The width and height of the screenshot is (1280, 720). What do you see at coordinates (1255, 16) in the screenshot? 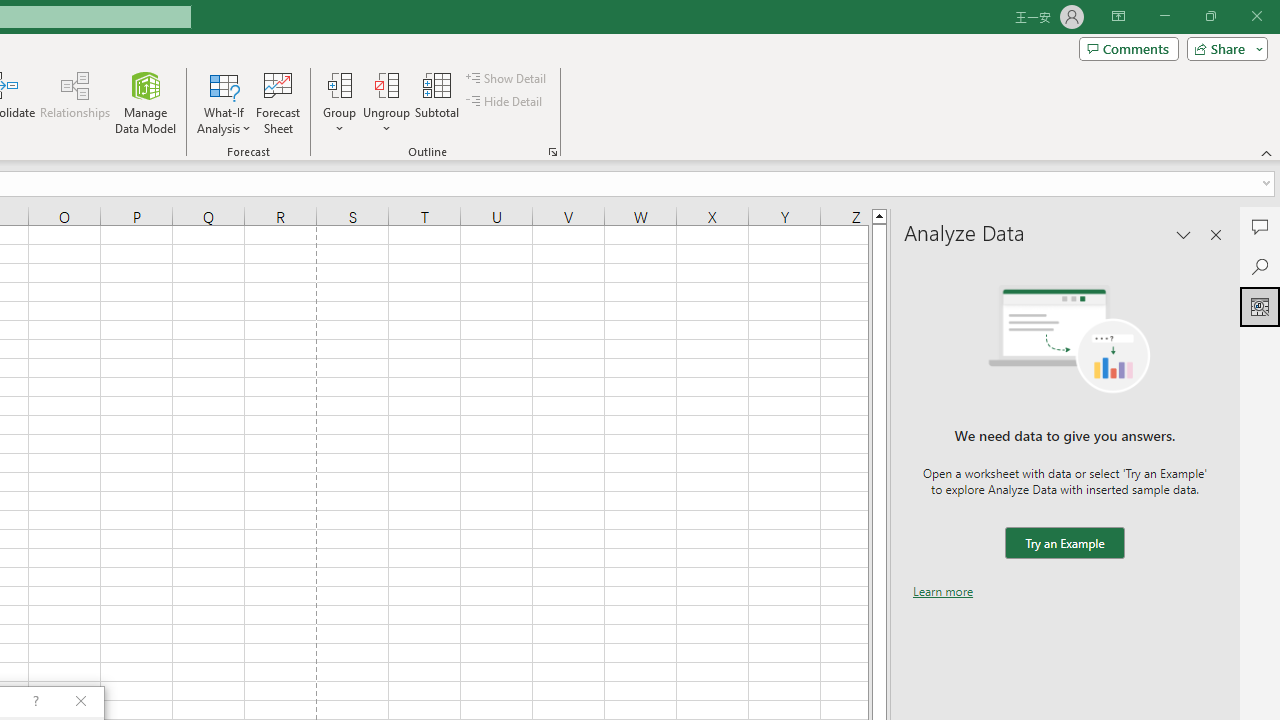
I see `'Close'` at bounding box center [1255, 16].